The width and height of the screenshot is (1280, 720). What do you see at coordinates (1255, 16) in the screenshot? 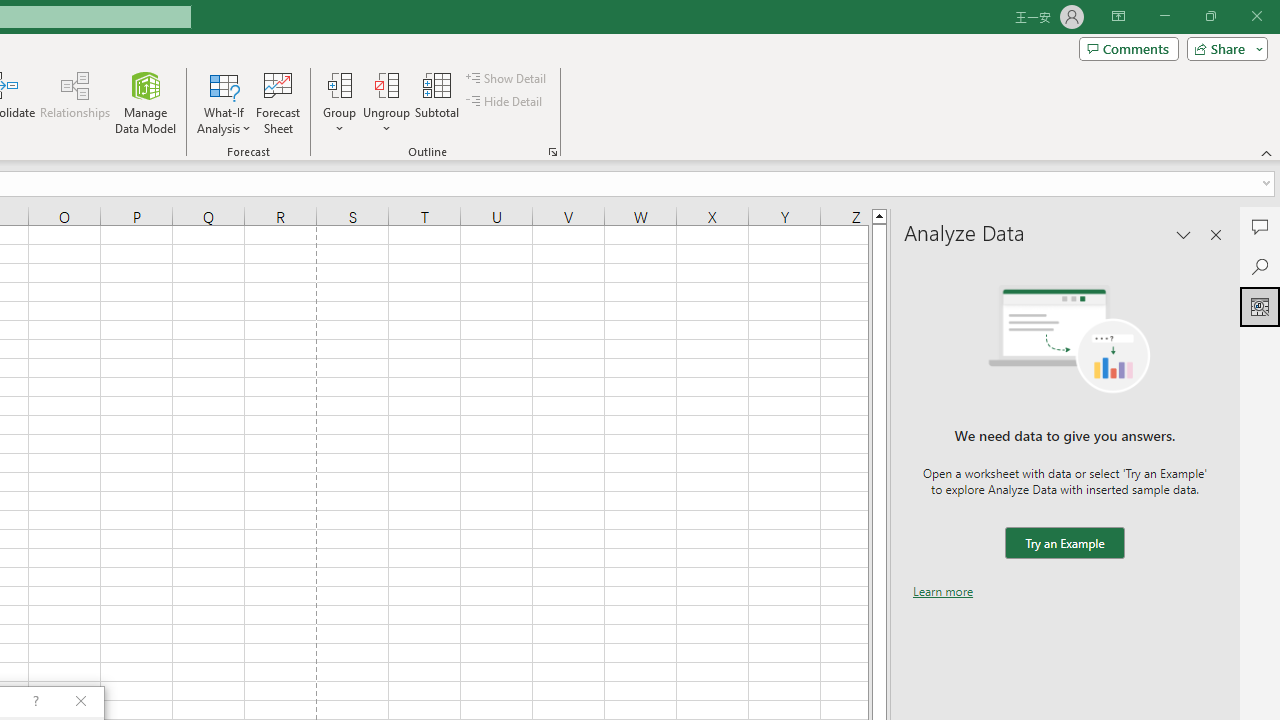
I see `'Close'` at bounding box center [1255, 16].